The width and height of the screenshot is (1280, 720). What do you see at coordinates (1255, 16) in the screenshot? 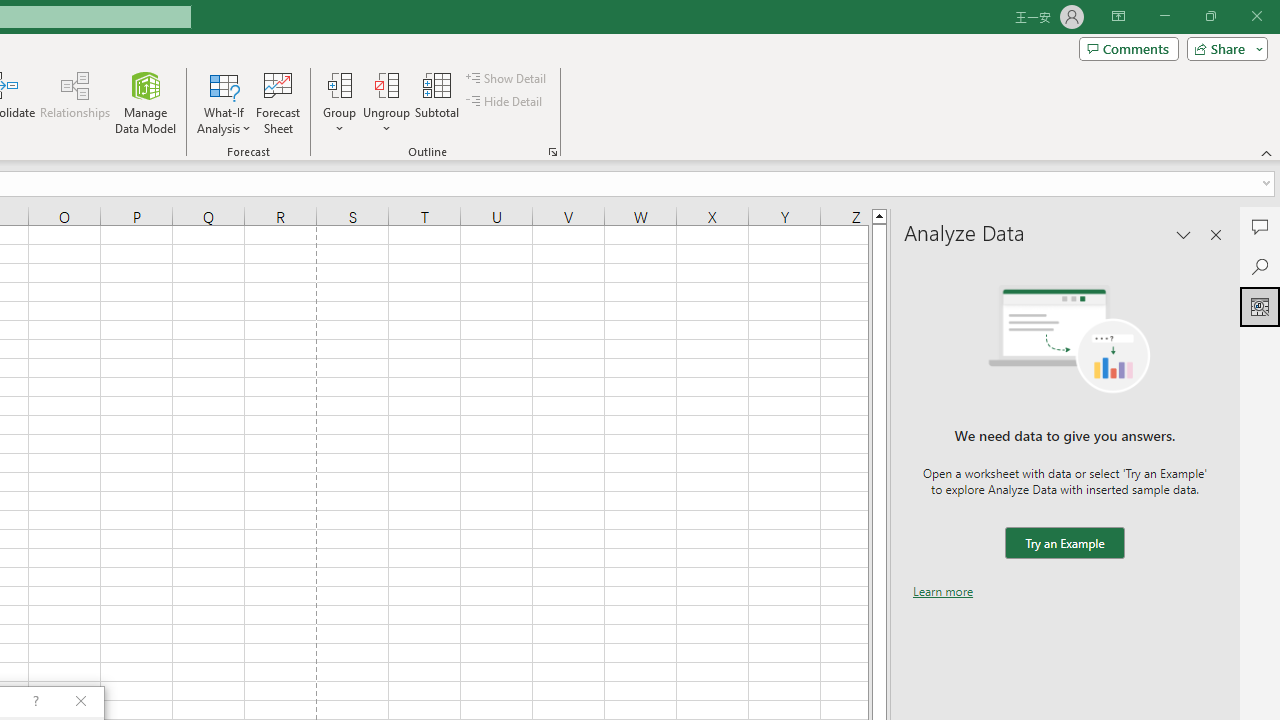
I see `'Close'` at bounding box center [1255, 16].